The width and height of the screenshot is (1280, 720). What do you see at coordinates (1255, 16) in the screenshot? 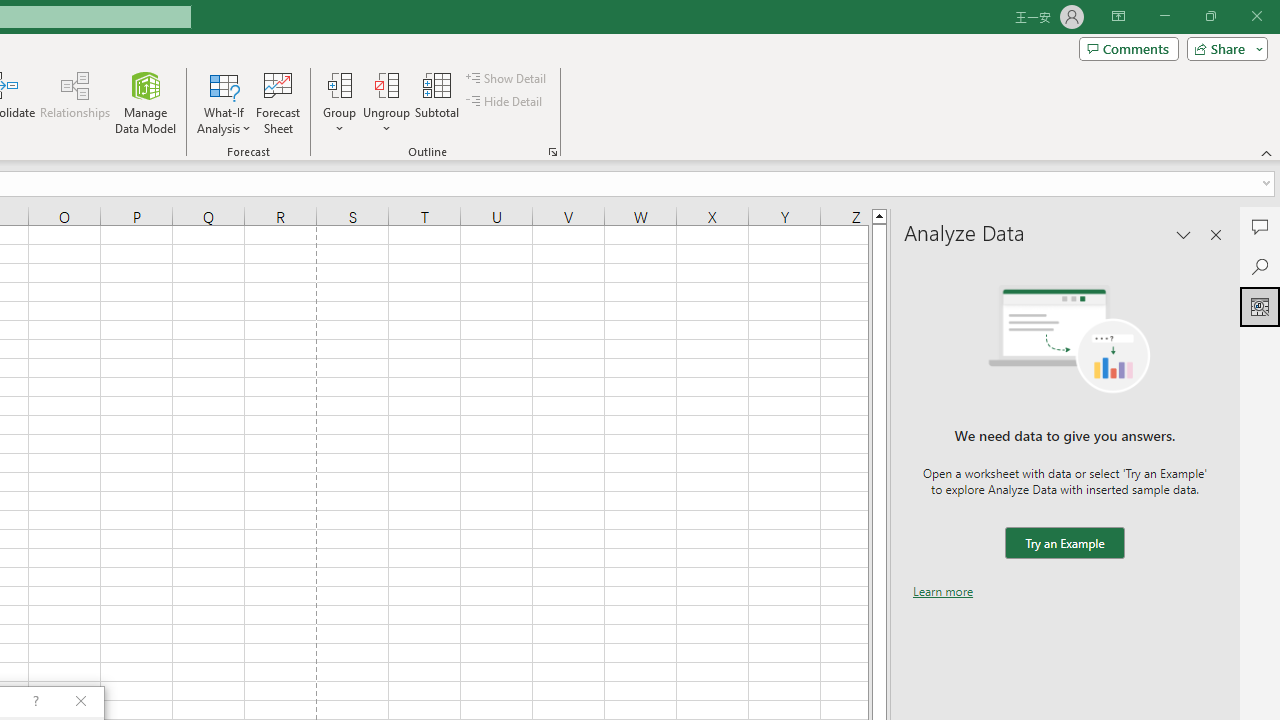
I see `'Close'` at bounding box center [1255, 16].